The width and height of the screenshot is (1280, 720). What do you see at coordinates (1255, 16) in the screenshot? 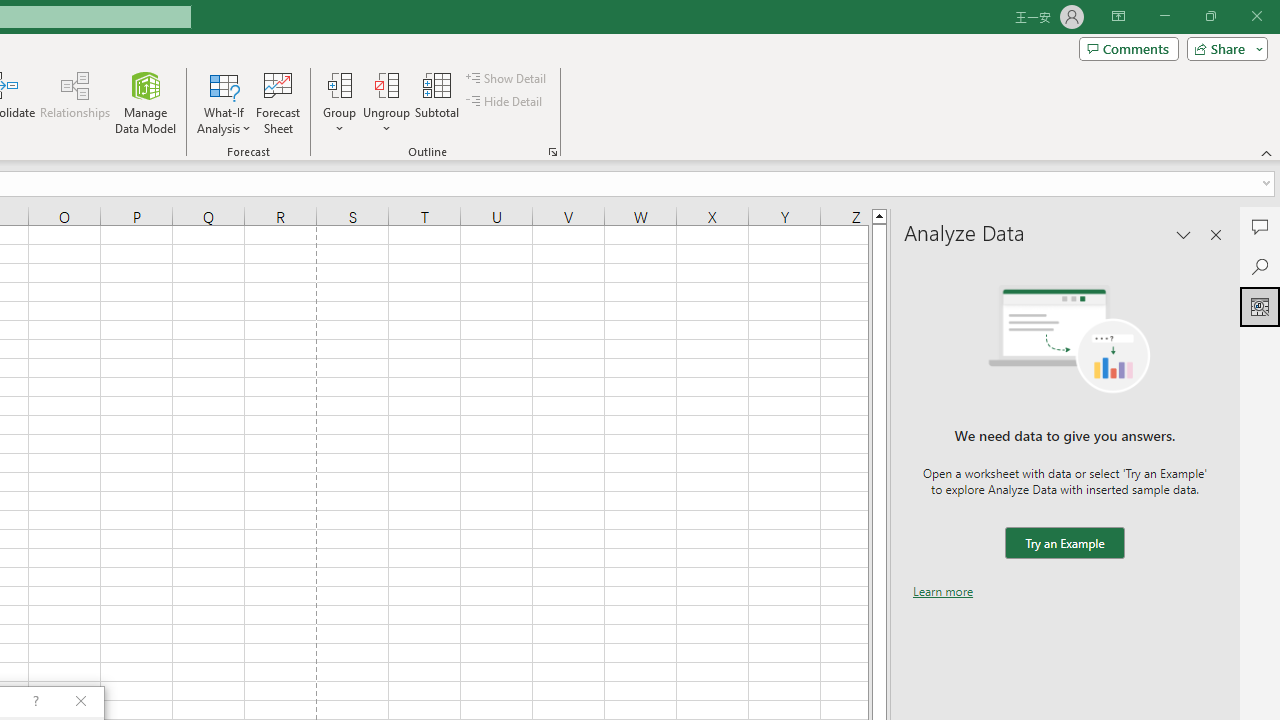
I see `'Close'` at bounding box center [1255, 16].